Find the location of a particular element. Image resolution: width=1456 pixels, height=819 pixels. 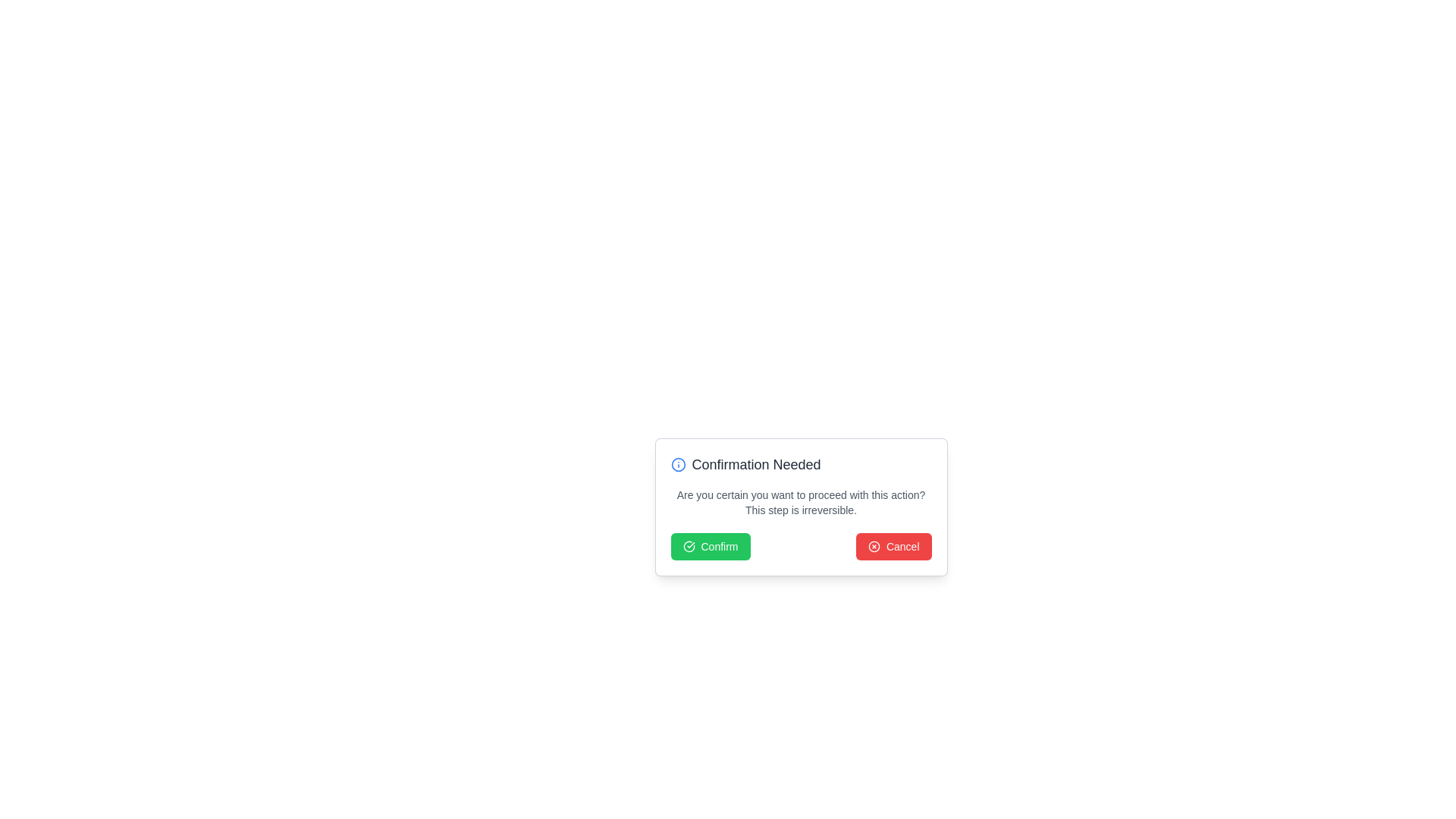

the heading element that indicates the purpose of the modal dialog, which is positioned at the top section of the modal, above the confirmation prompt is located at coordinates (800, 464).